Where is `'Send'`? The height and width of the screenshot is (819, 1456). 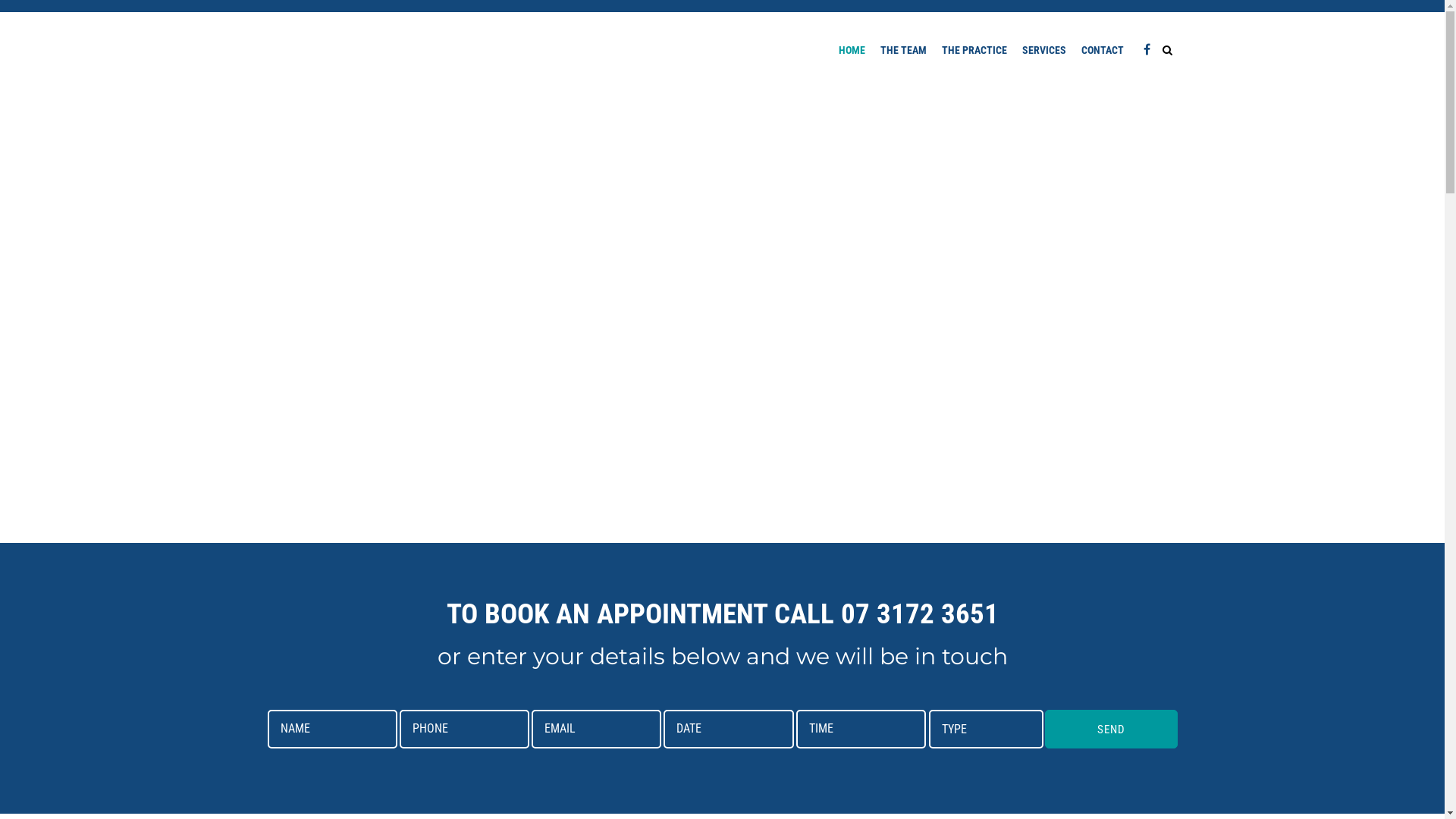 'Send' is located at coordinates (1110, 728).